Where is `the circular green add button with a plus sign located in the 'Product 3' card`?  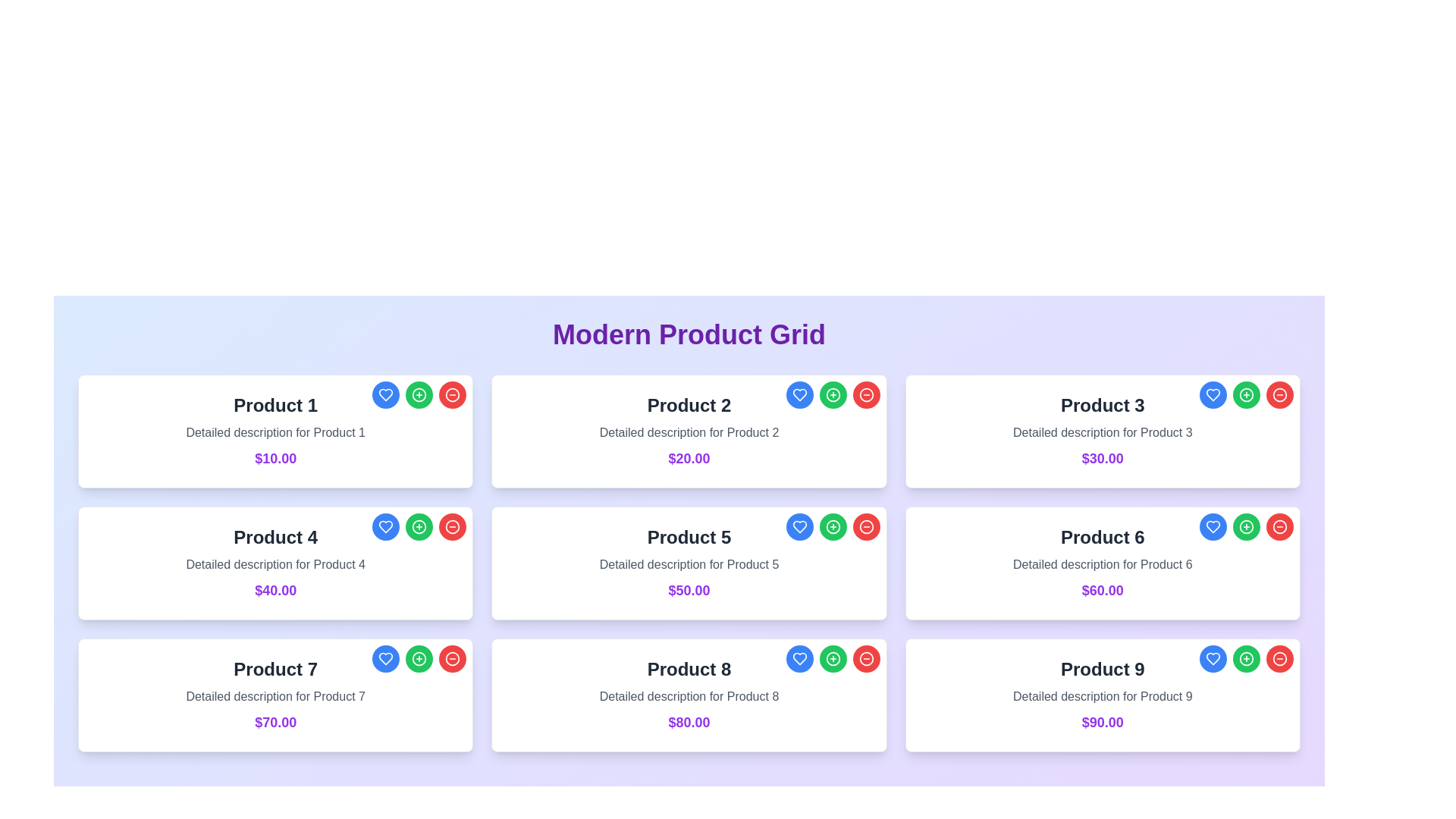 the circular green add button with a plus sign located in the 'Product 3' card is located at coordinates (1246, 394).